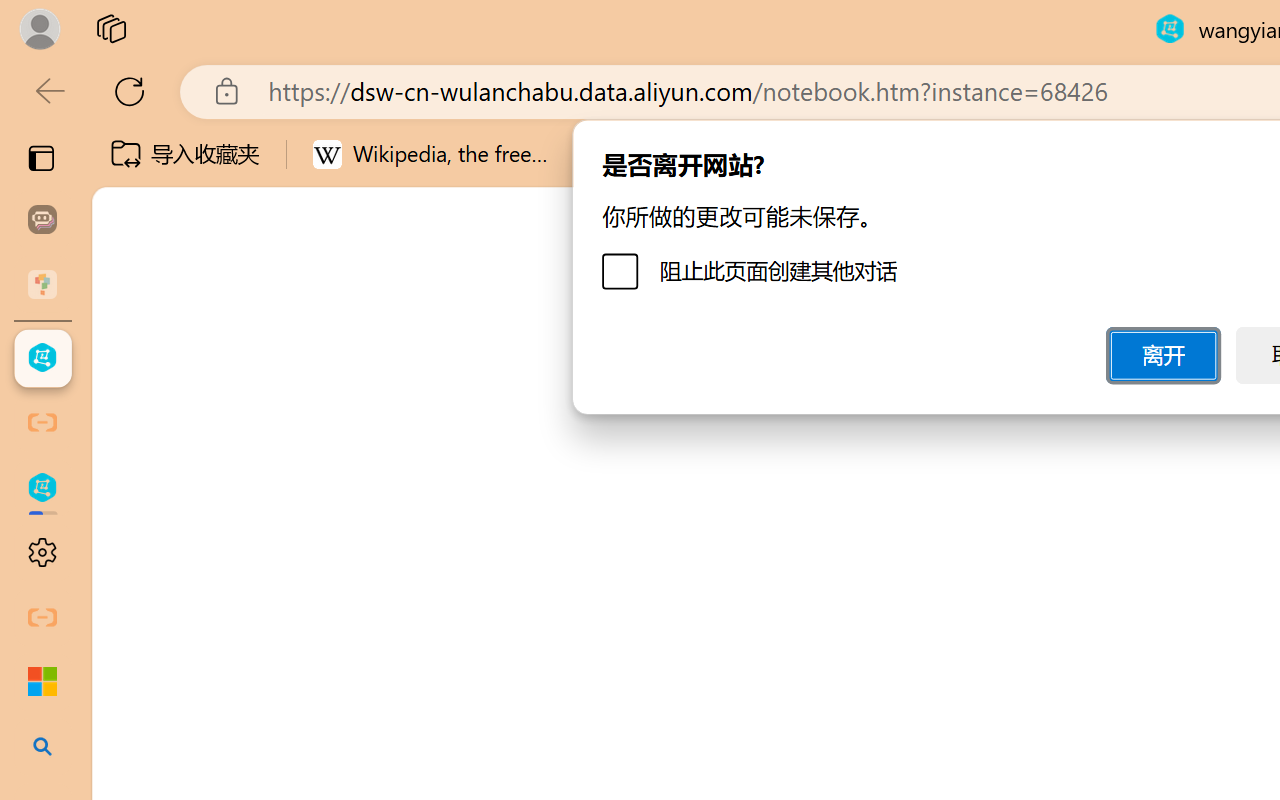  What do you see at coordinates (42, 488) in the screenshot?
I see `'wangyian_webcrawler - DSW'` at bounding box center [42, 488].